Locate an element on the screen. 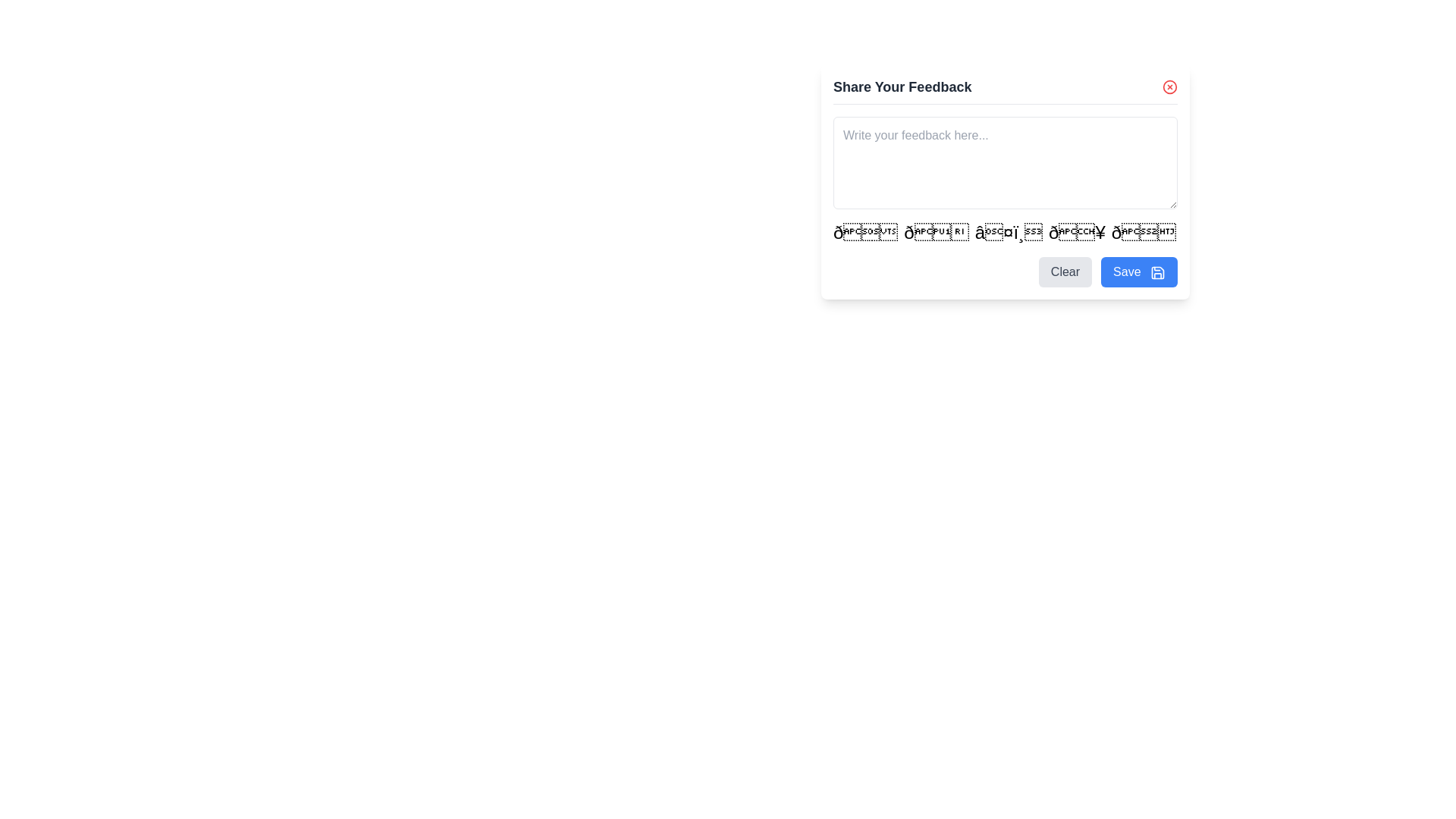 This screenshot has width=1456, height=819. the flame emoji button, which is the fourth emoji in a horizontal arrangement of emojis, located below a feedback text input field is located at coordinates (1076, 233).